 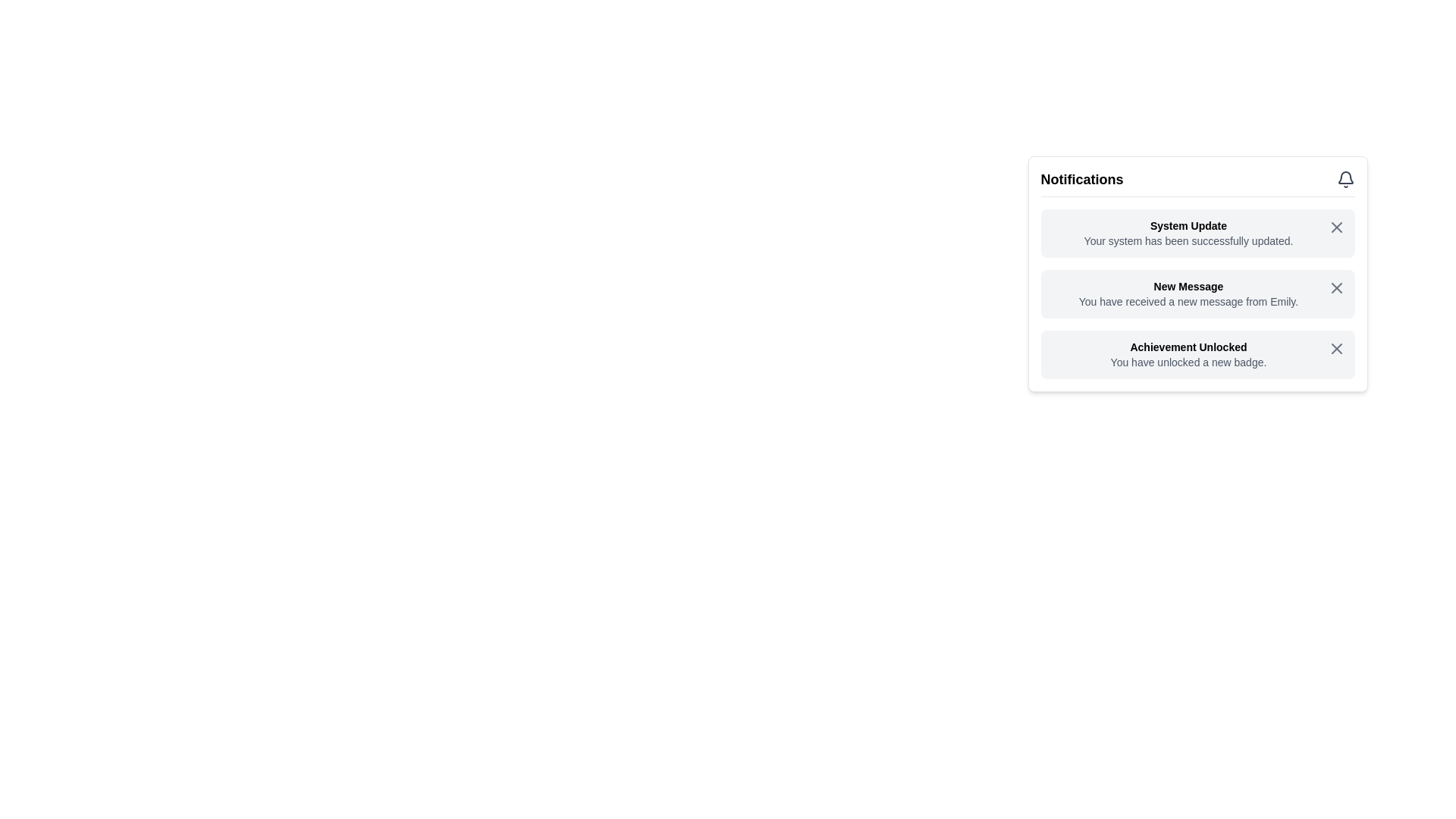 I want to click on the notification entry featuring bold text 'New Message' and smaller gray text 'You have received a new message from Emily.' located in the second slot of the notification panel, so click(x=1188, y=294).